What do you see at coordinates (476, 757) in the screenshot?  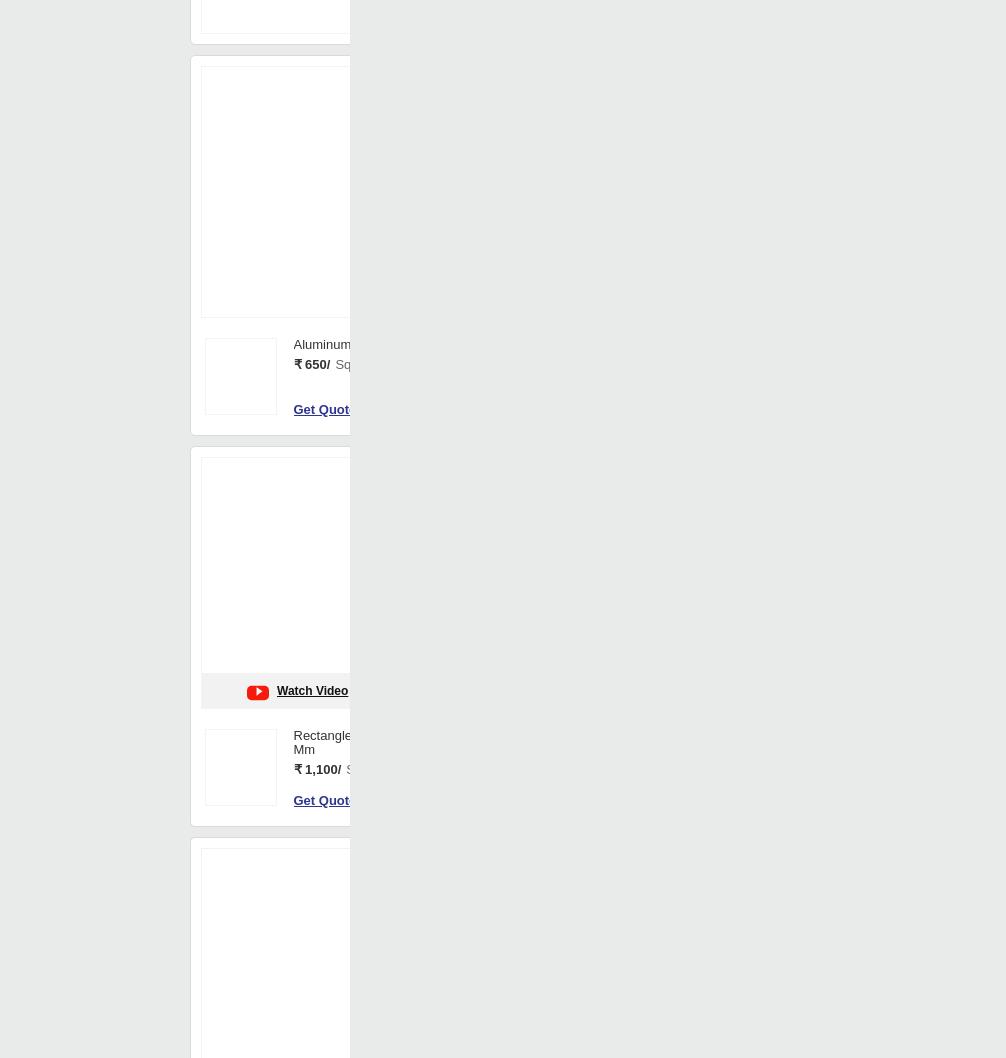 I see `'10 inch x 4 inch'` at bounding box center [476, 757].